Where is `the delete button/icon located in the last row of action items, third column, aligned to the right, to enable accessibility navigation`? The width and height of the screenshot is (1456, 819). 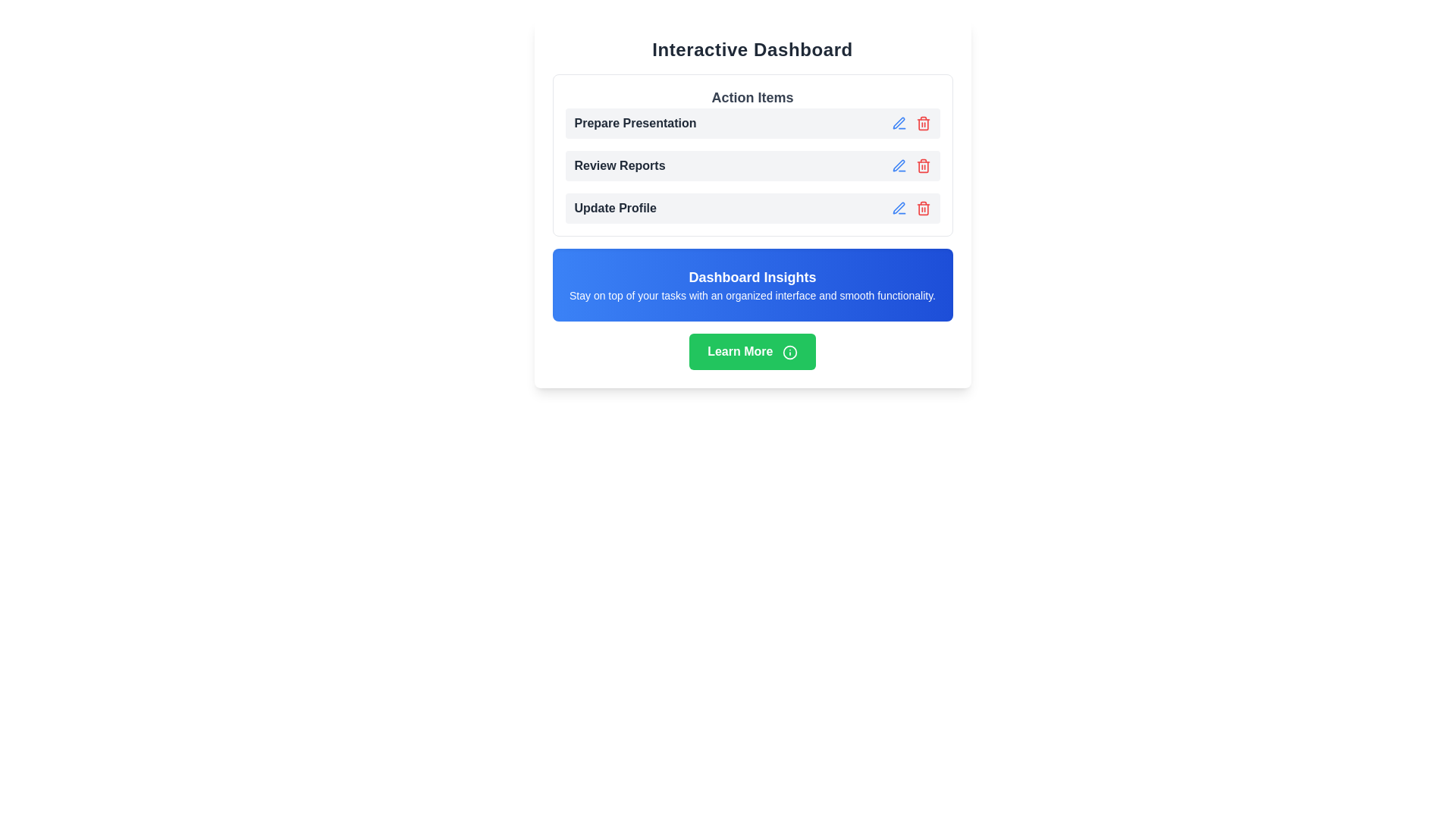
the delete button/icon located in the last row of action items, third column, aligned to the right, to enable accessibility navigation is located at coordinates (922, 208).